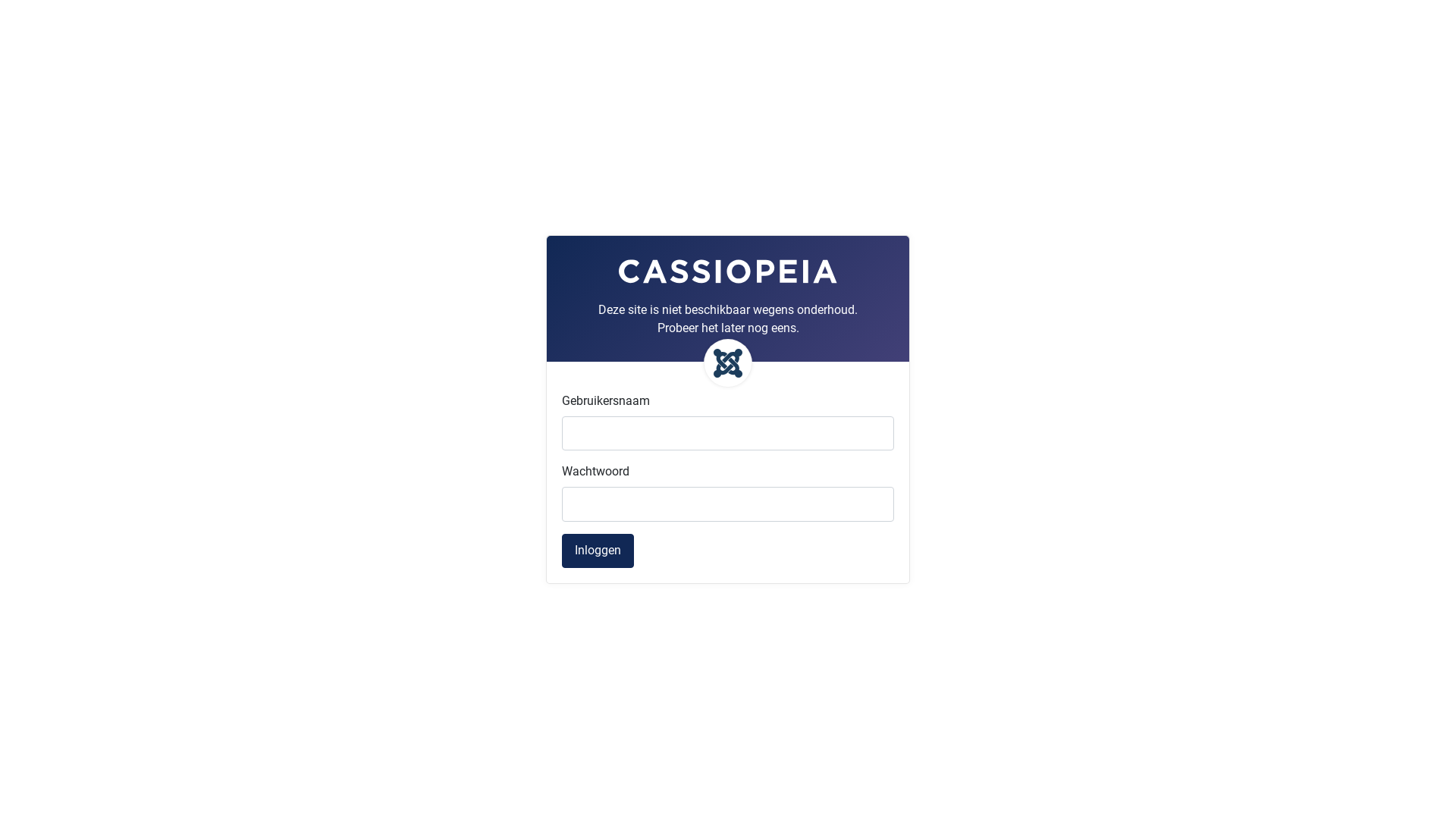 This screenshot has height=819, width=1456. Describe the element at coordinates (597, 551) in the screenshot. I see `'Inloggen'` at that location.